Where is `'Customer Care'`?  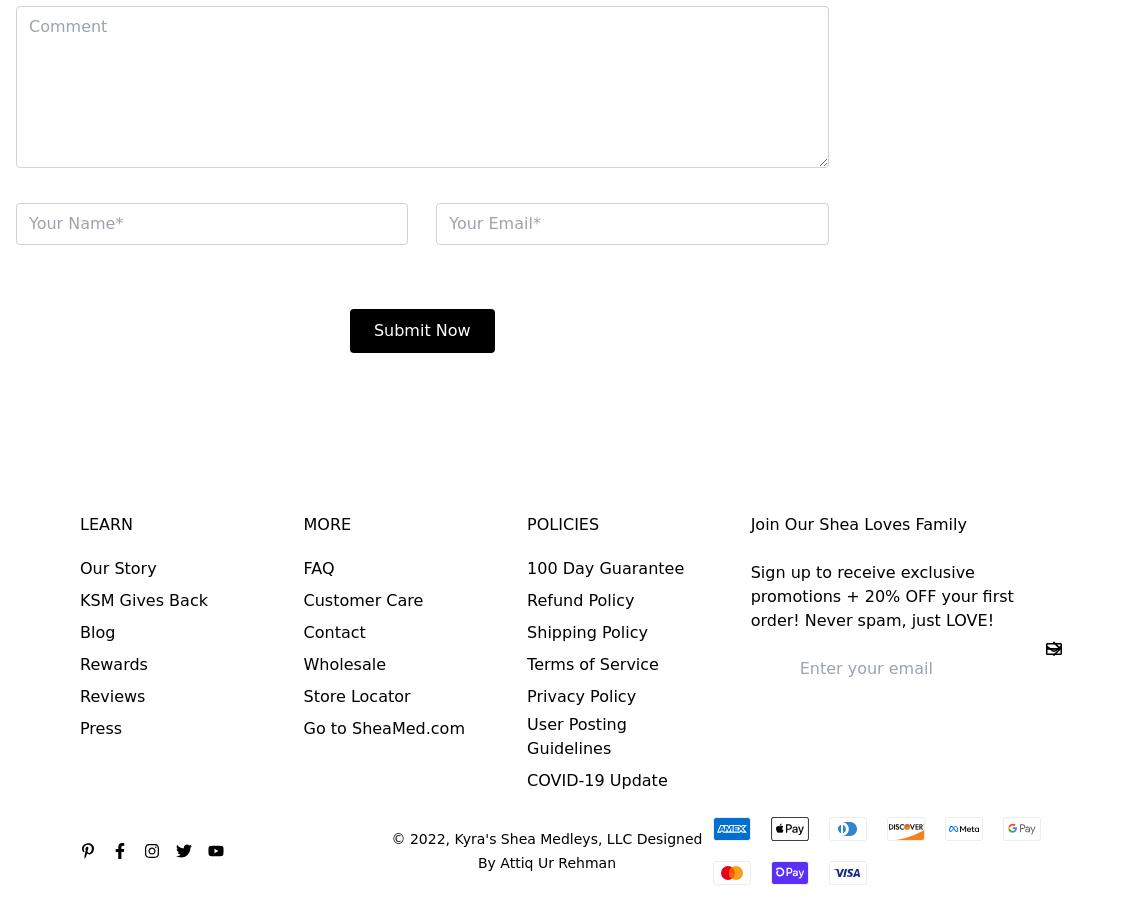
'Customer Care' is located at coordinates (303, 599).